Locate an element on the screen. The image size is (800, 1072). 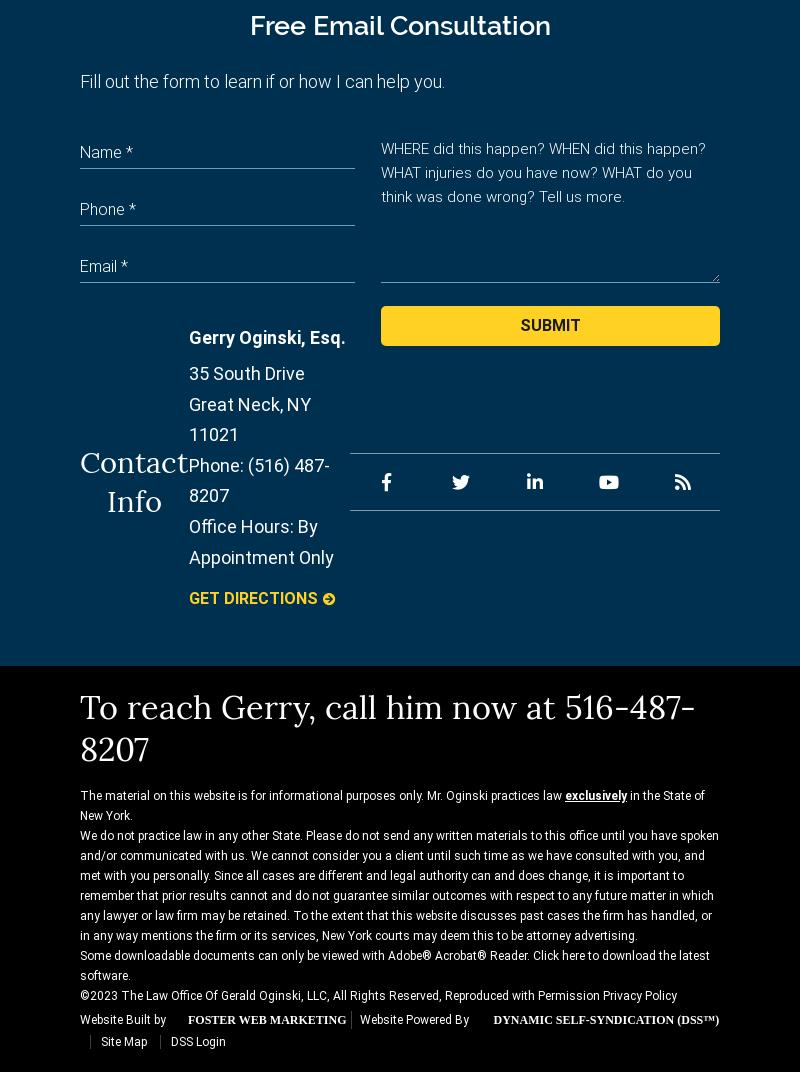
'Click here to download the latest software.' is located at coordinates (80, 964).